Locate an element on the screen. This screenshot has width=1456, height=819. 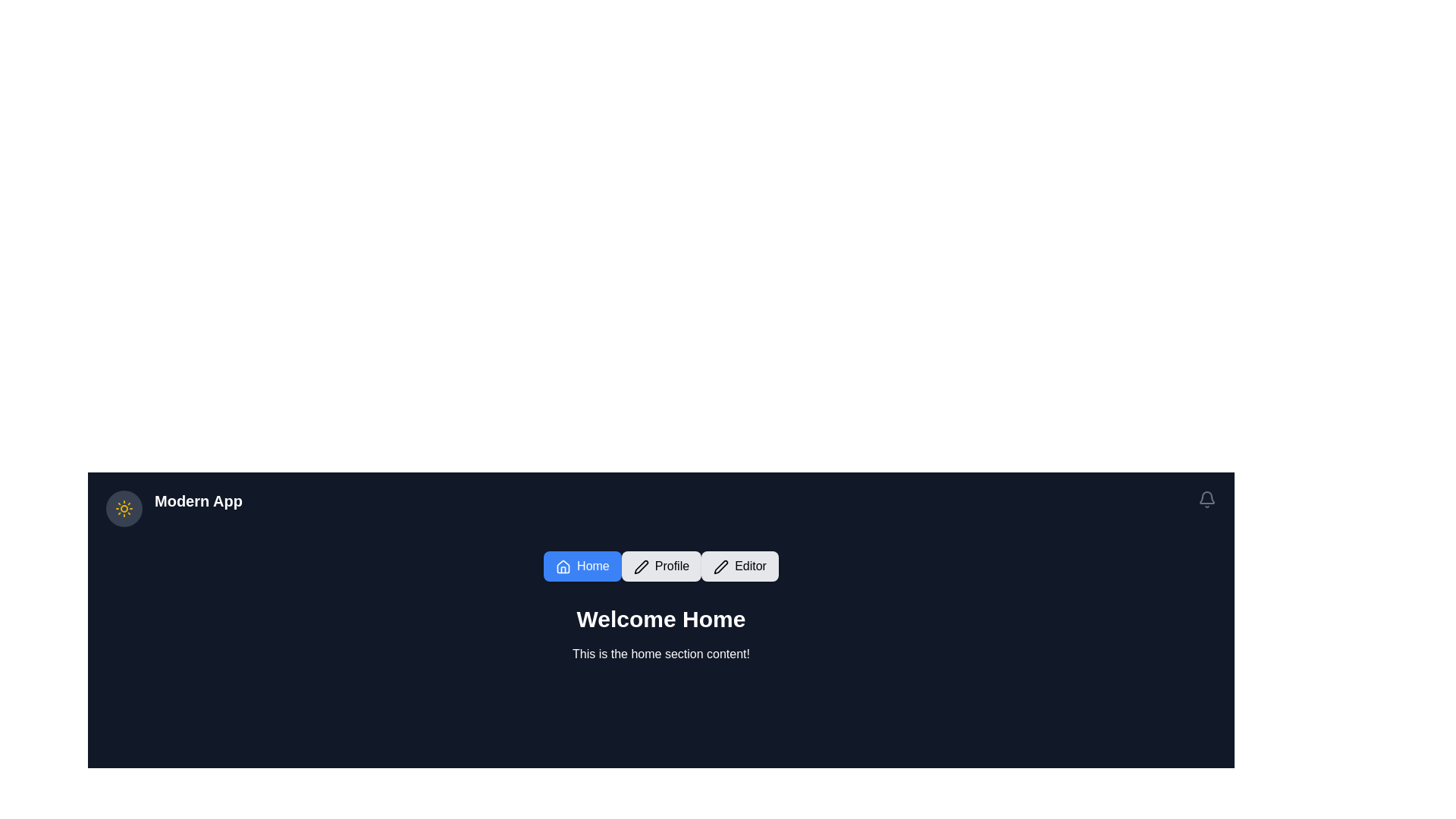
the 'Editor' button with rounded corners and a gray background is located at coordinates (739, 566).